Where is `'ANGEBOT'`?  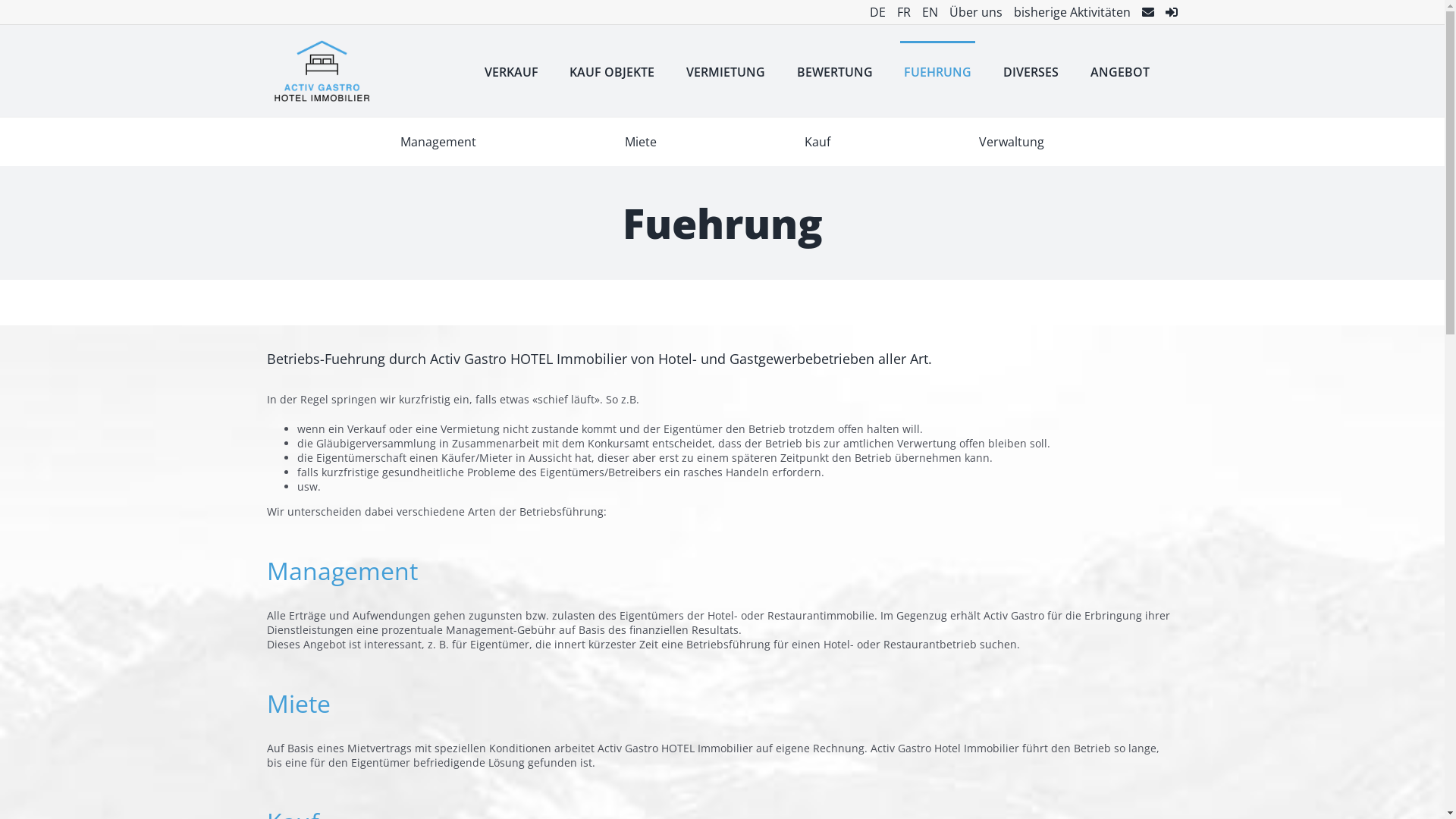 'ANGEBOT' is located at coordinates (1120, 71).